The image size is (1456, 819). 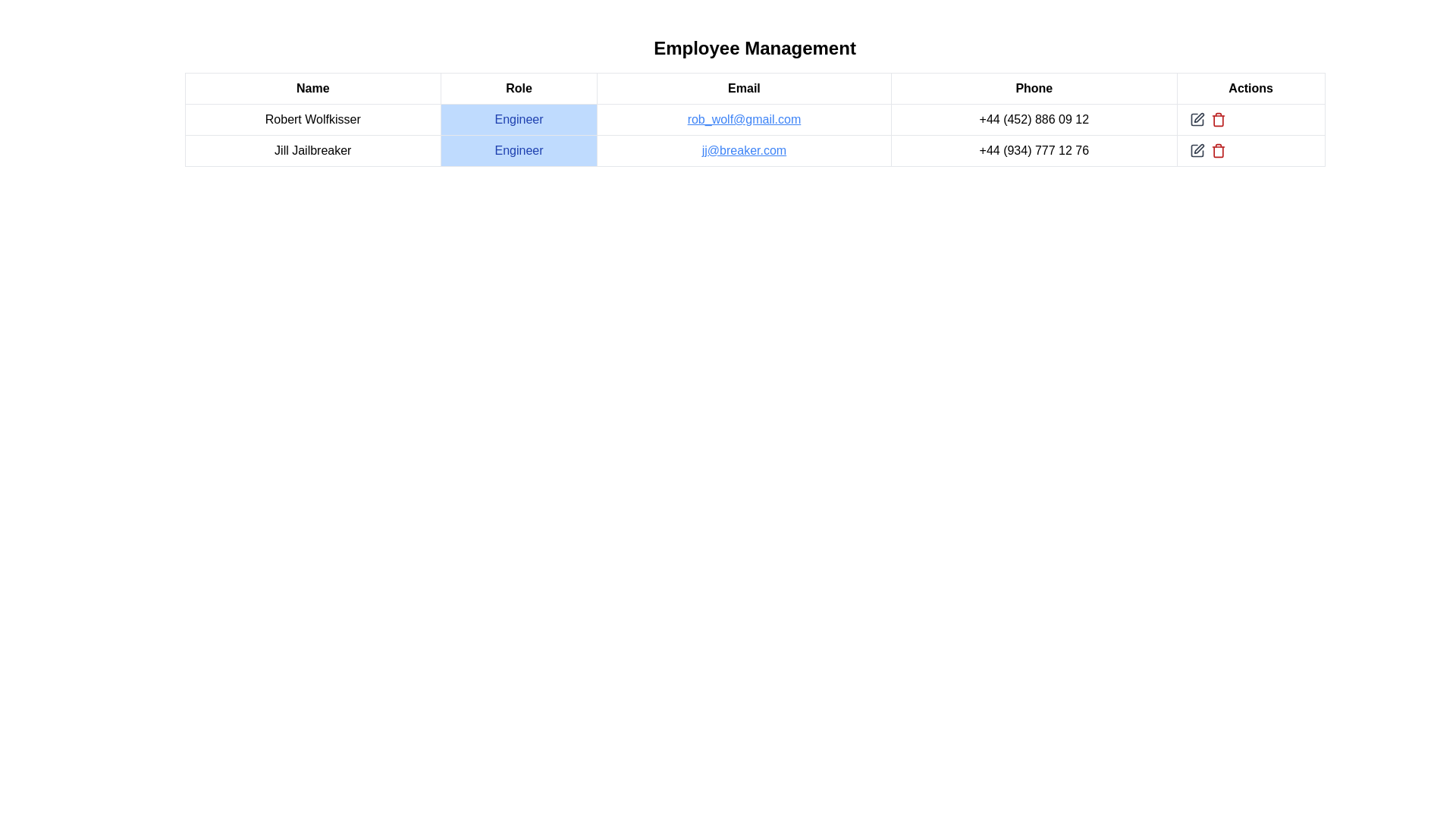 What do you see at coordinates (744, 119) in the screenshot?
I see `the text link displaying the email address for Robert Wolfkisser` at bounding box center [744, 119].